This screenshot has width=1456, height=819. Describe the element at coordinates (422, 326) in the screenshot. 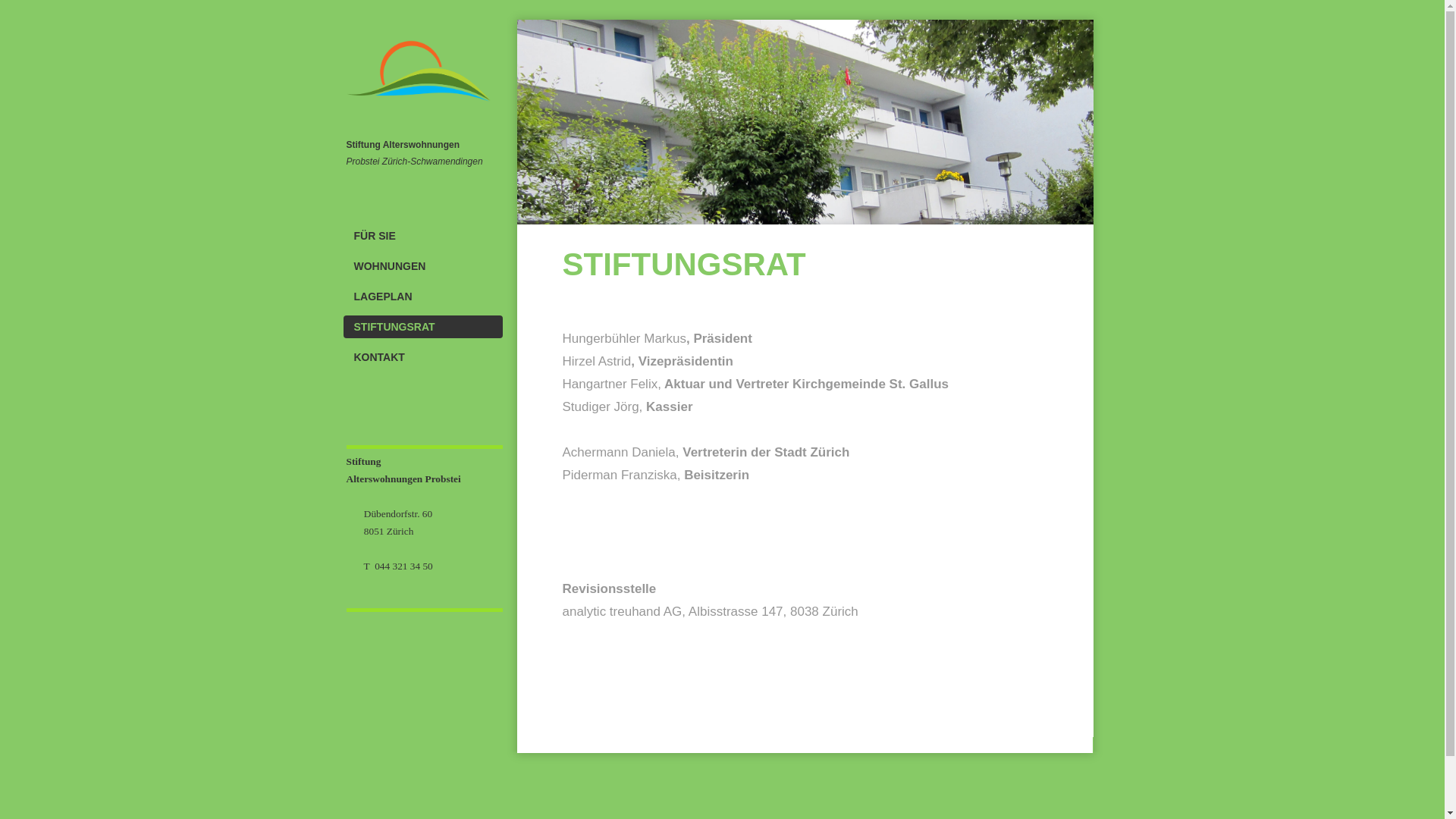

I see `'STIFTUNGSRAT'` at that location.